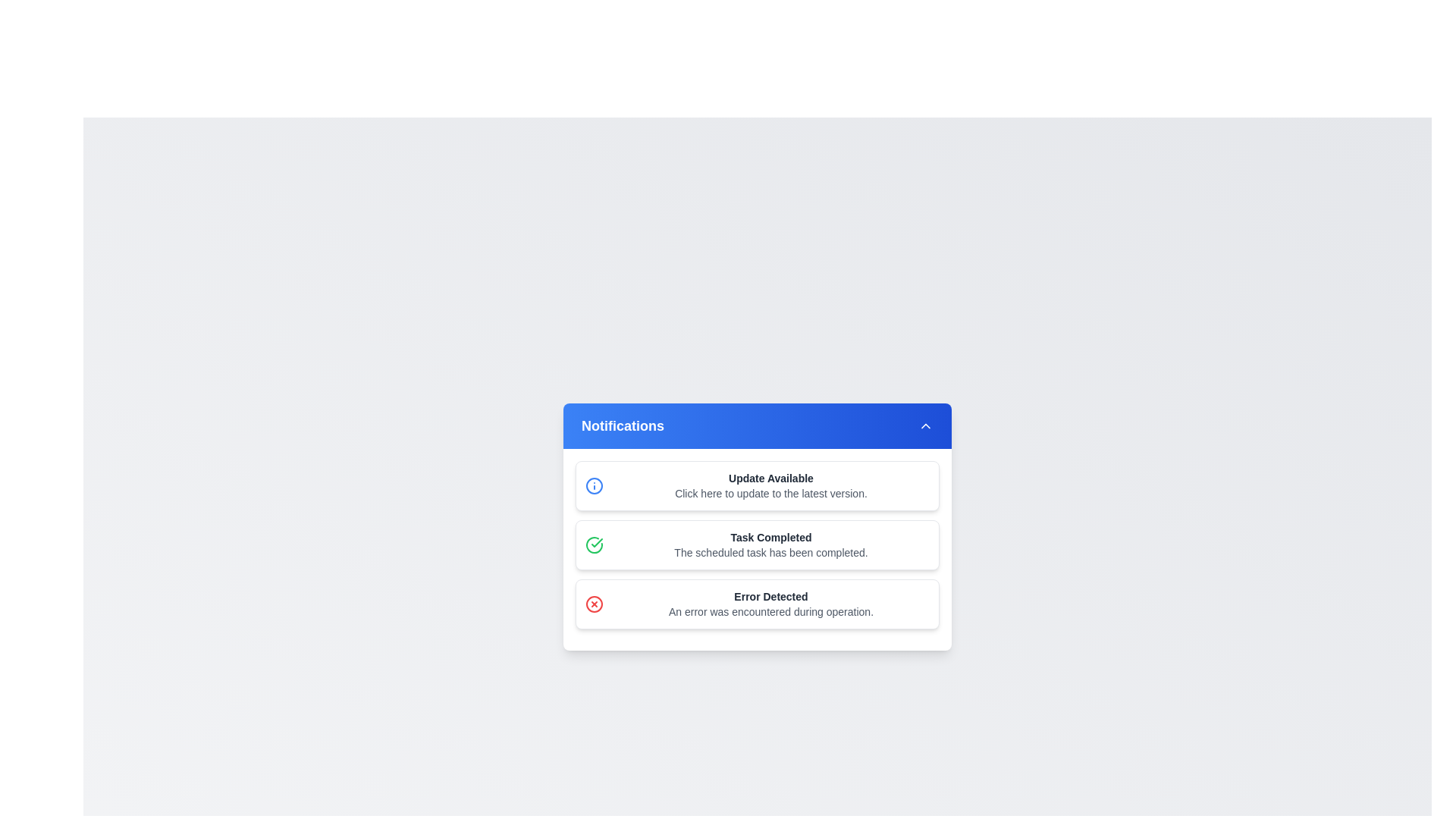 The image size is (1456, 819). Describe the element at coordinates (771, 604) in the screenshot. I see `the error notification card located centrally at the bottom of the UI by clicking on it` at that location.